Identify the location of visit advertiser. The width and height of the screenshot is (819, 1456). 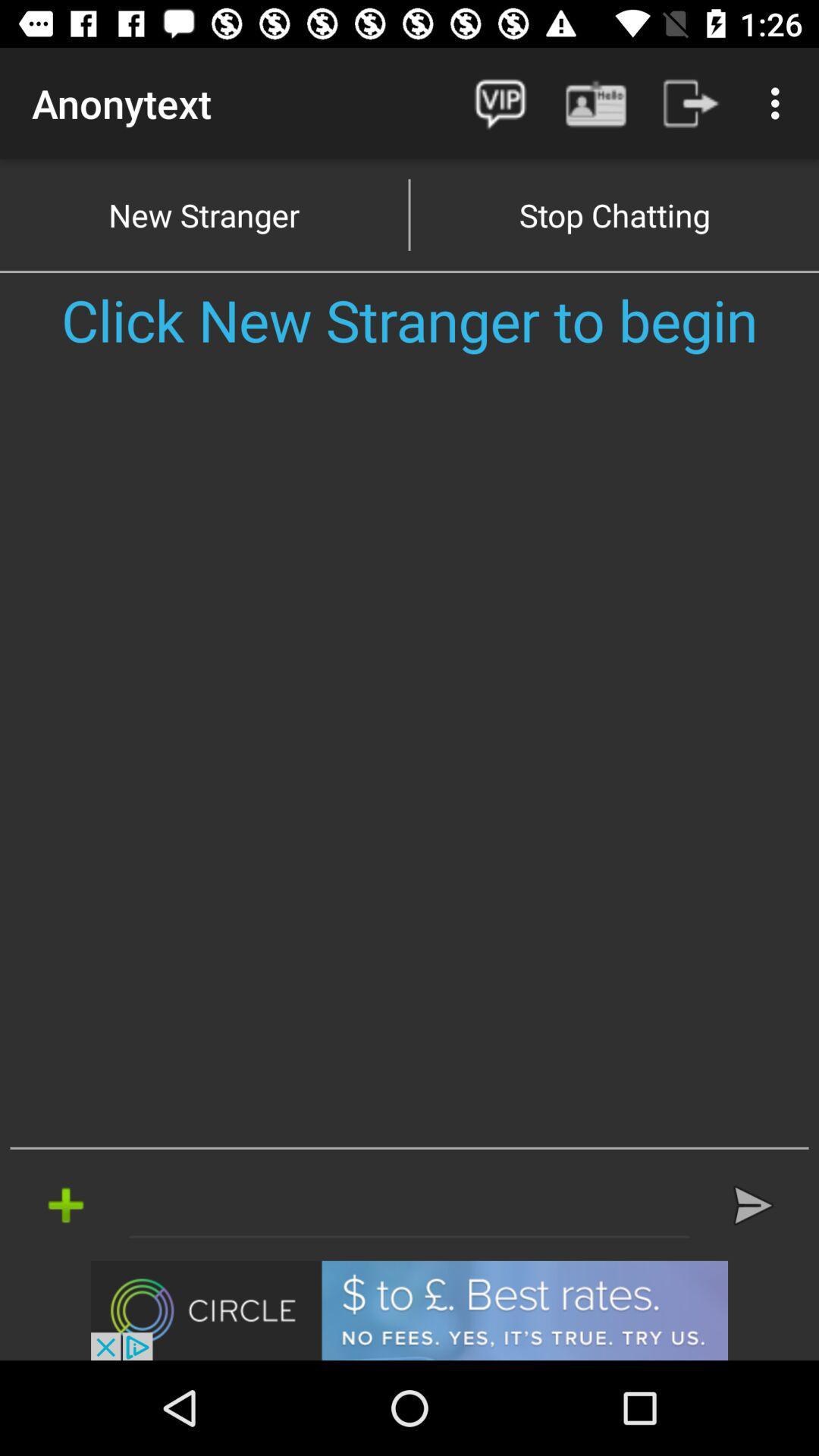
(409, 1310).